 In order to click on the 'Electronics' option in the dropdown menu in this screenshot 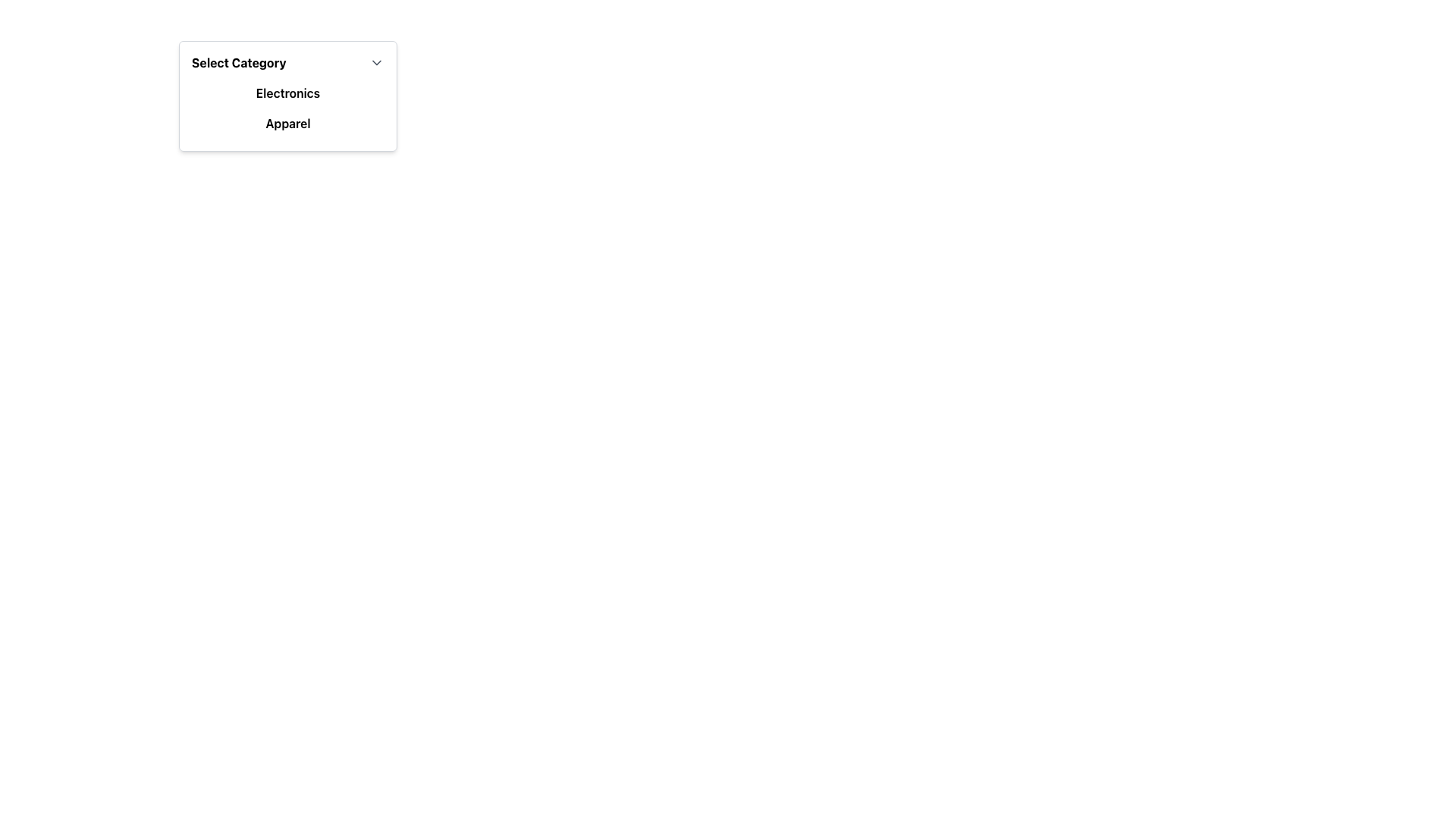, I will do `click(287, 93)`.